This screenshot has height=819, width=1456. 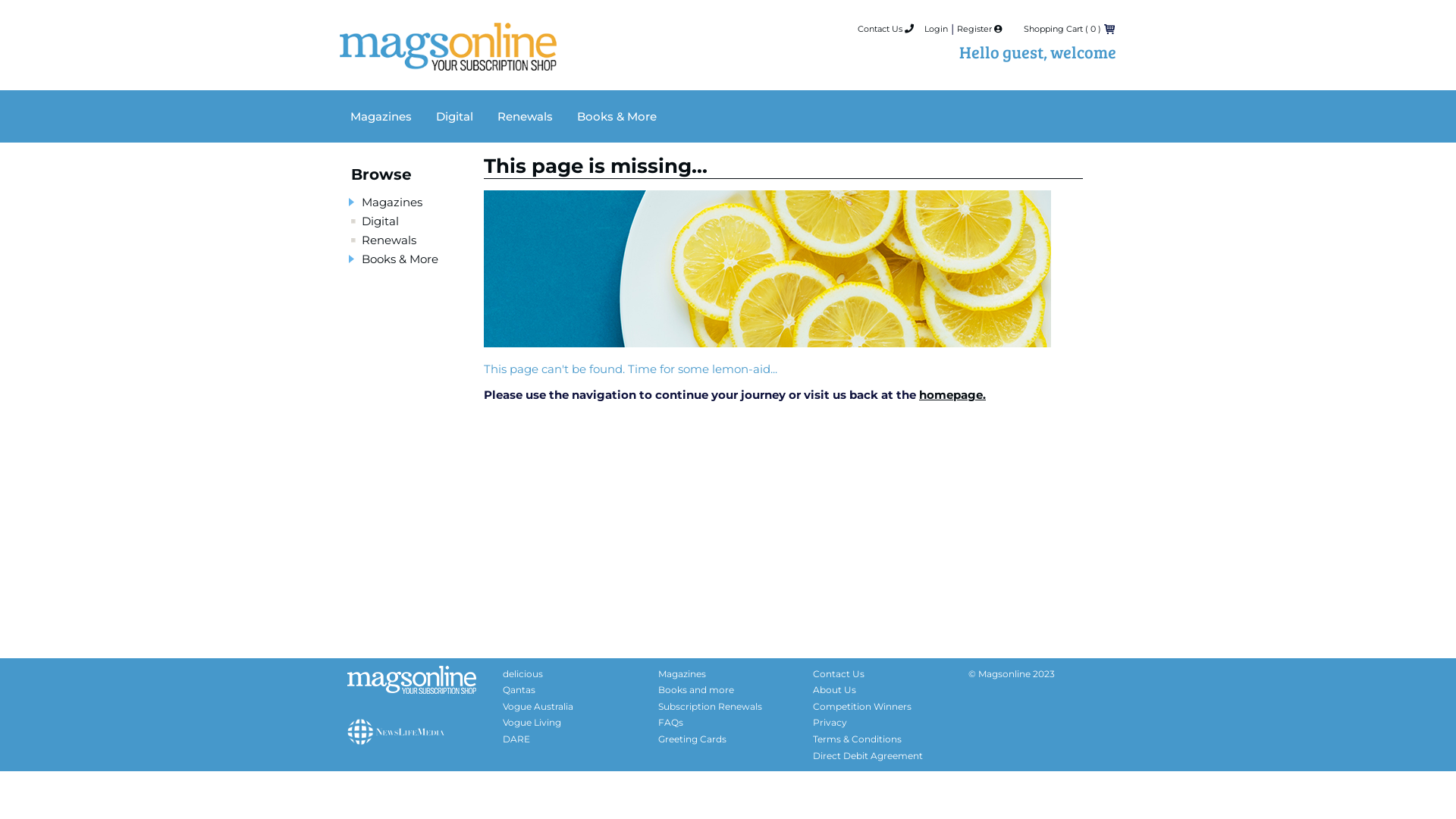 What do you see at coordinates (979, 29) in the screenshot?
I see `'Register '` at bounding box center [979, 29].